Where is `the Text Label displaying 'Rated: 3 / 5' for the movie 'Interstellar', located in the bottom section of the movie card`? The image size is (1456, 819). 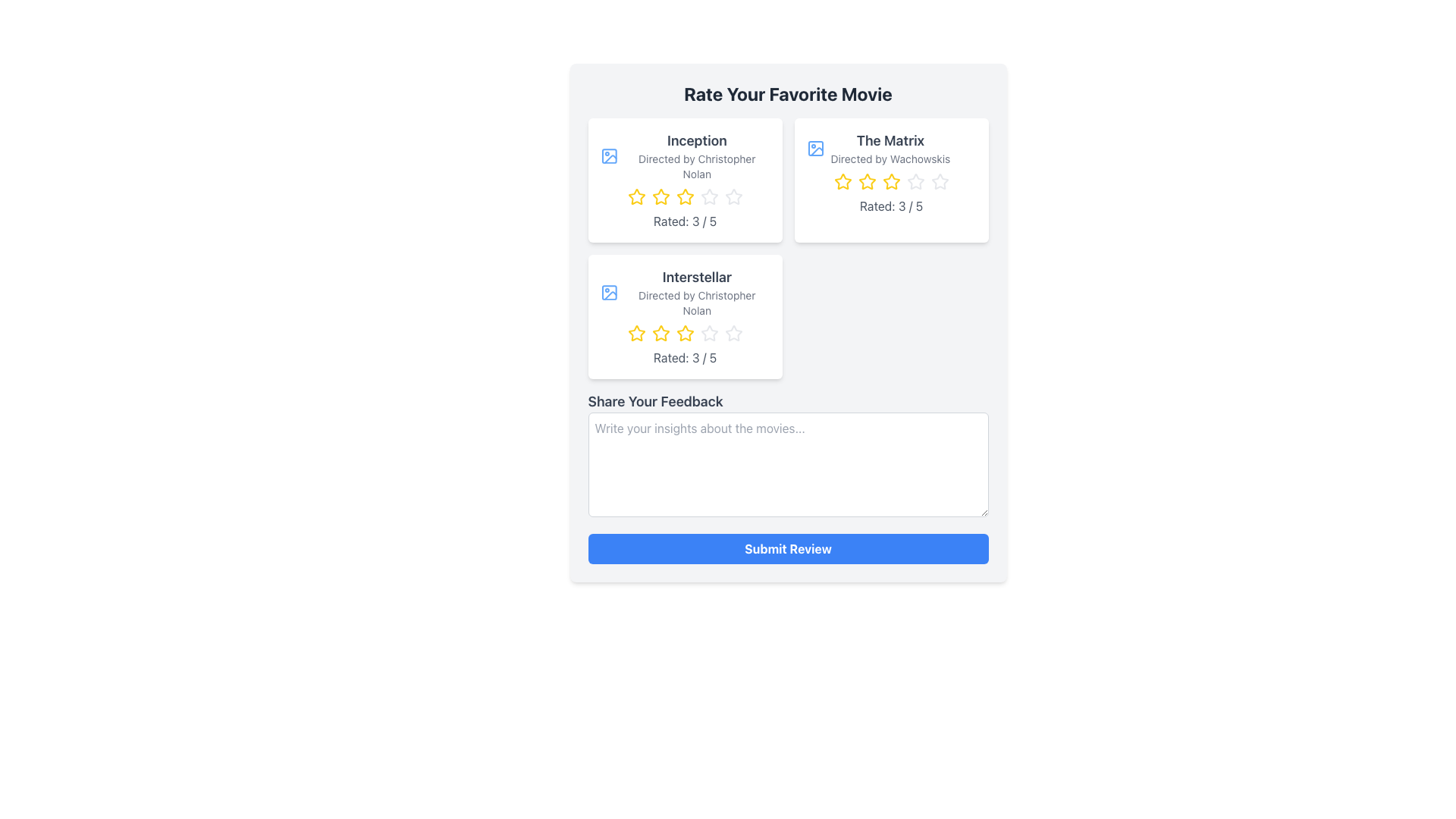 the Text Label displaying 'Rated: 3 / 5' for the movie 'Interstellar', located in the bottom section of the movie card is located at coordinates (684, 357).